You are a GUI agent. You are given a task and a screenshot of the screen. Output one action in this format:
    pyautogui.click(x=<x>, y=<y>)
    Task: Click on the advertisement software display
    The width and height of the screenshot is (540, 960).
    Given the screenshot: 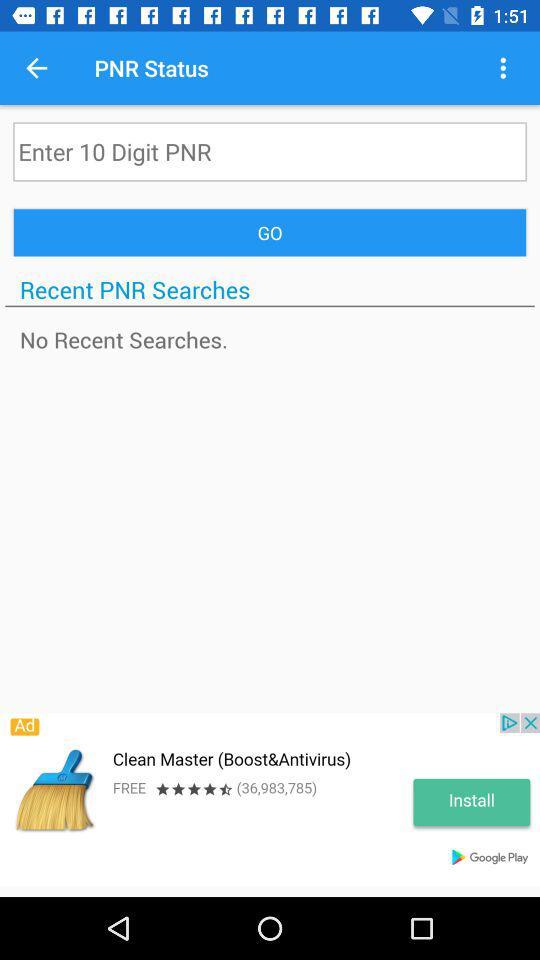 What is the action you would take?
    pyautogui.click(x=270, y=799)
    